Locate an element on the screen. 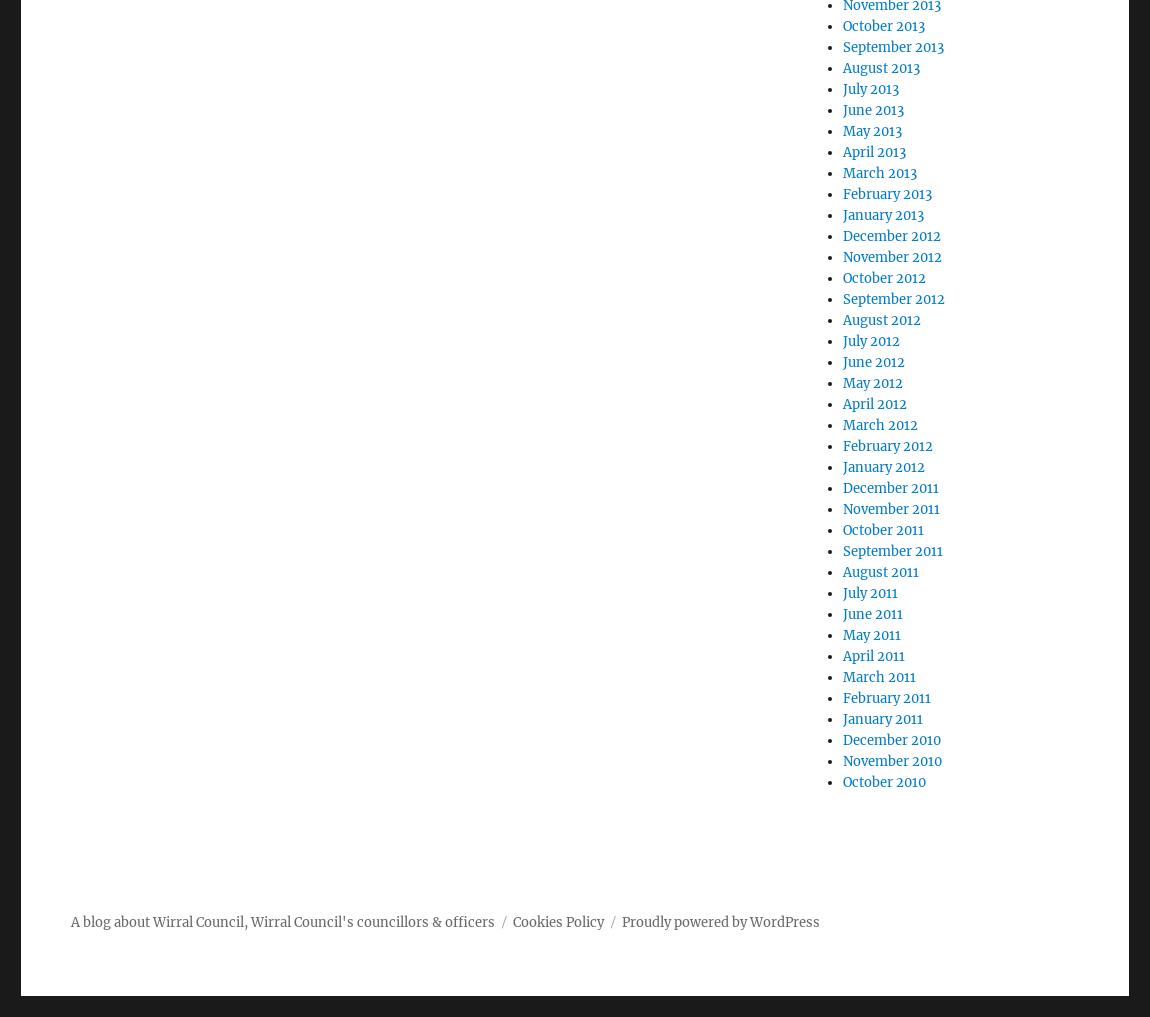 The height and width of the screenshot is (1017, 1150). 'February 2012' is located at coordinates (888, 446).